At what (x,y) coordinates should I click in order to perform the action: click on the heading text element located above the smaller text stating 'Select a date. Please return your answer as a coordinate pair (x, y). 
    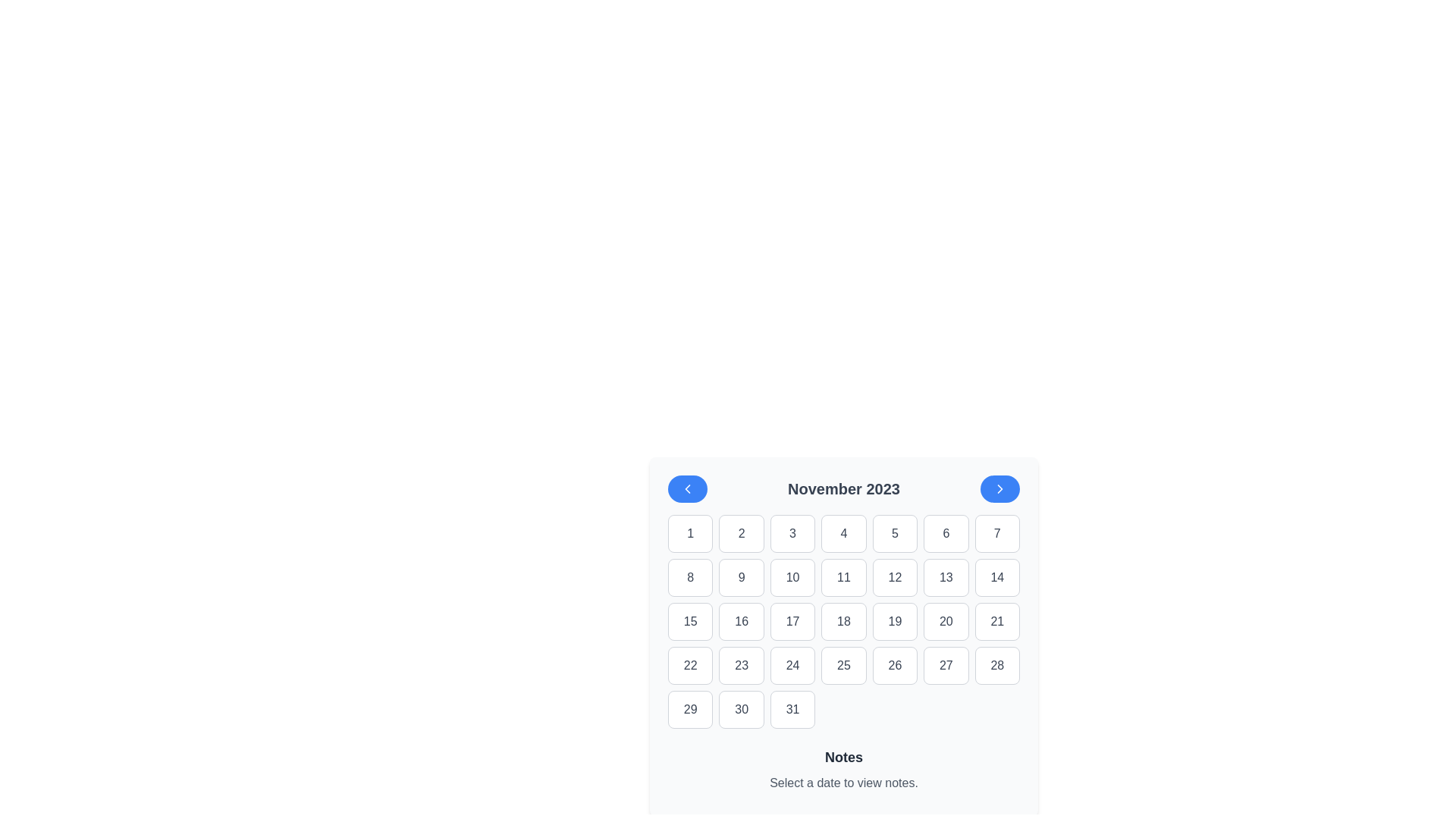
    Looking at the image, I should click on (843, 758).